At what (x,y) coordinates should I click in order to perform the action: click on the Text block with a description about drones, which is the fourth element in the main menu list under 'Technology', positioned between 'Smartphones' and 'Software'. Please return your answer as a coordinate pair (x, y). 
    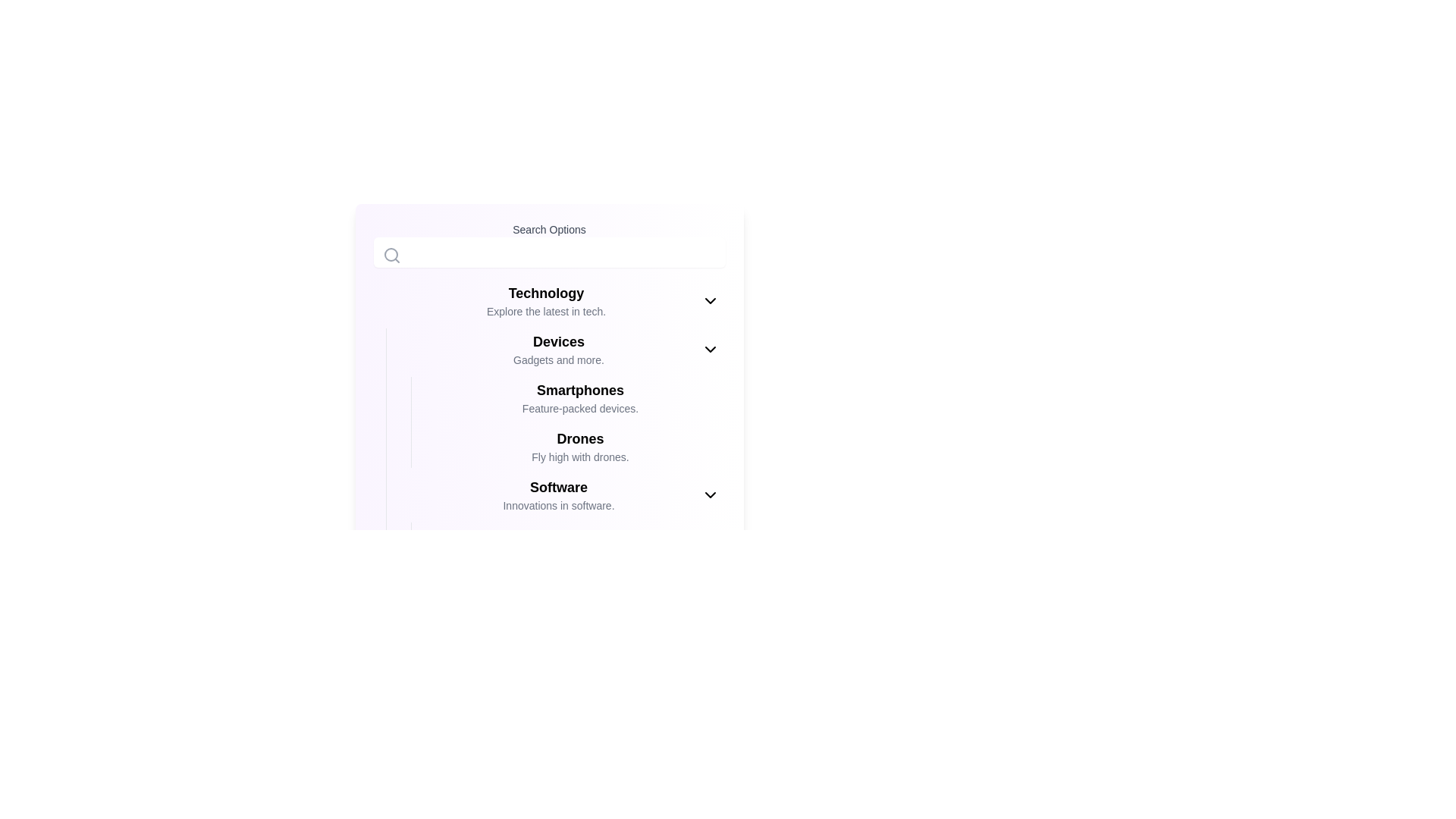
    Looking at the image, I should click on (548, 446).